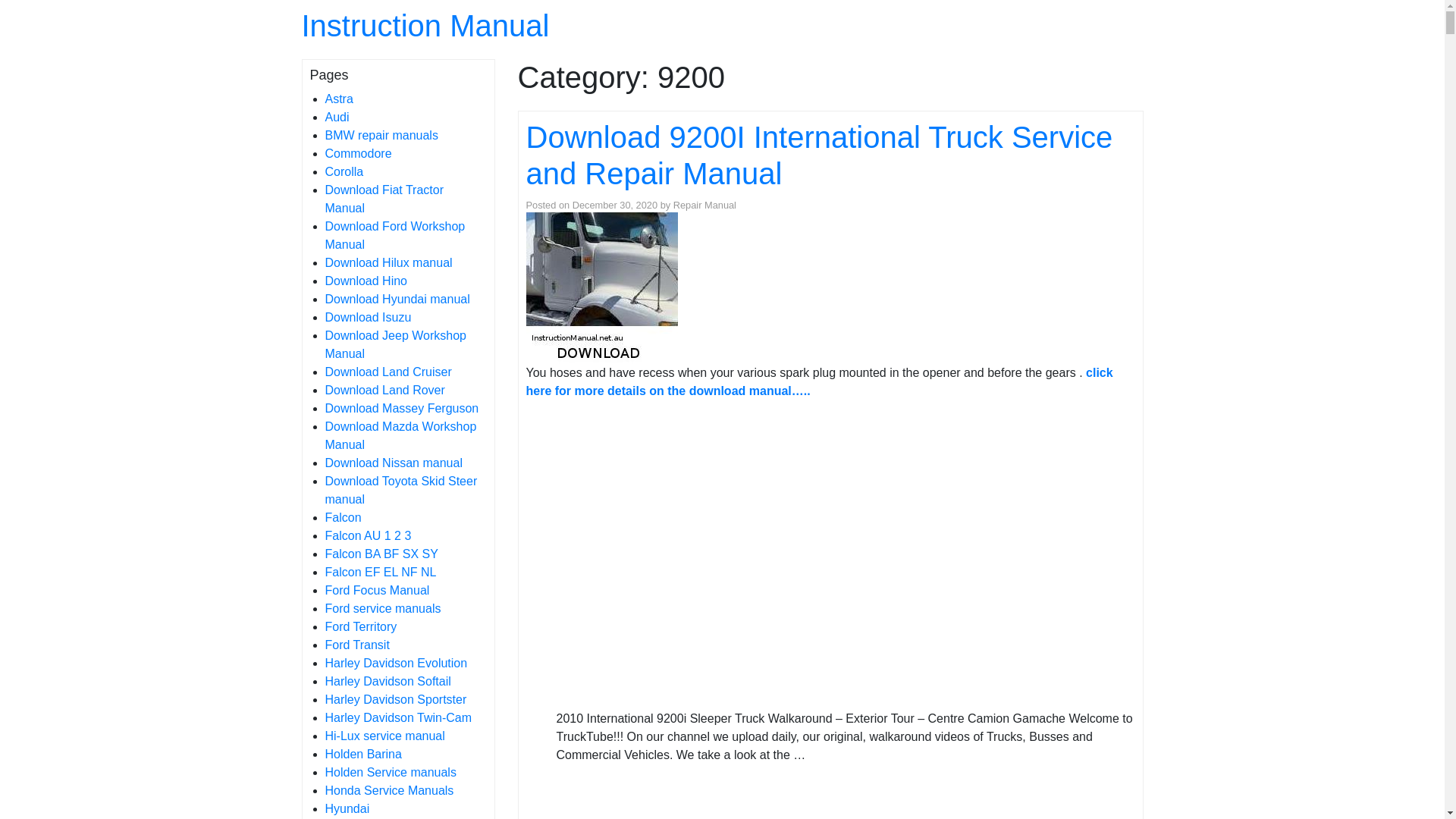 Image resolution: width=1456 pixels, height=819 pixels. I want to click on 'Audi', so click(336, 116).